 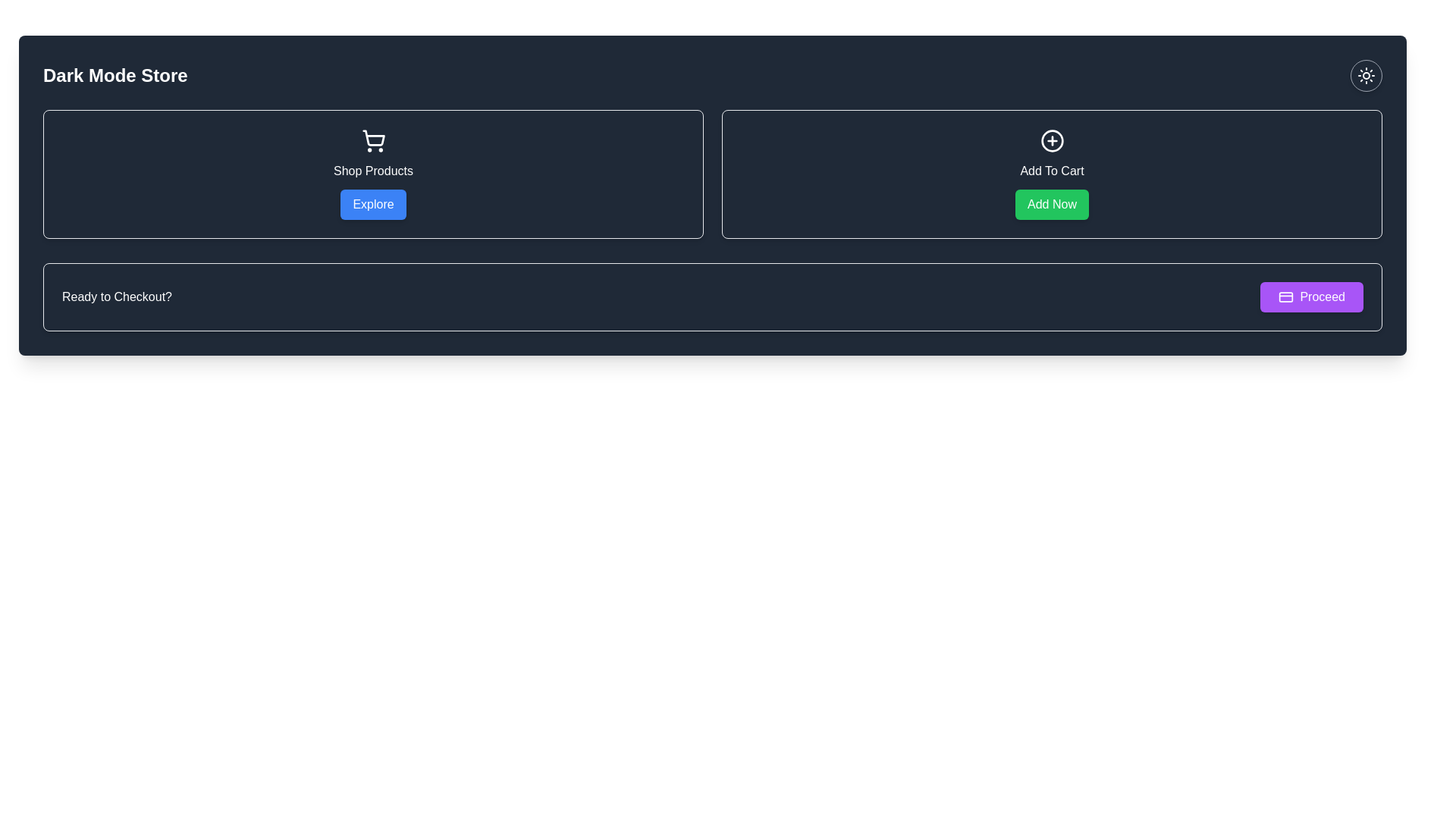 What do you see at coordinates (1285, 297) in the screenshot?
I see `the decorative part of the credit card icon located at the center of the graphic representation` at bounding box center [1285, 297].